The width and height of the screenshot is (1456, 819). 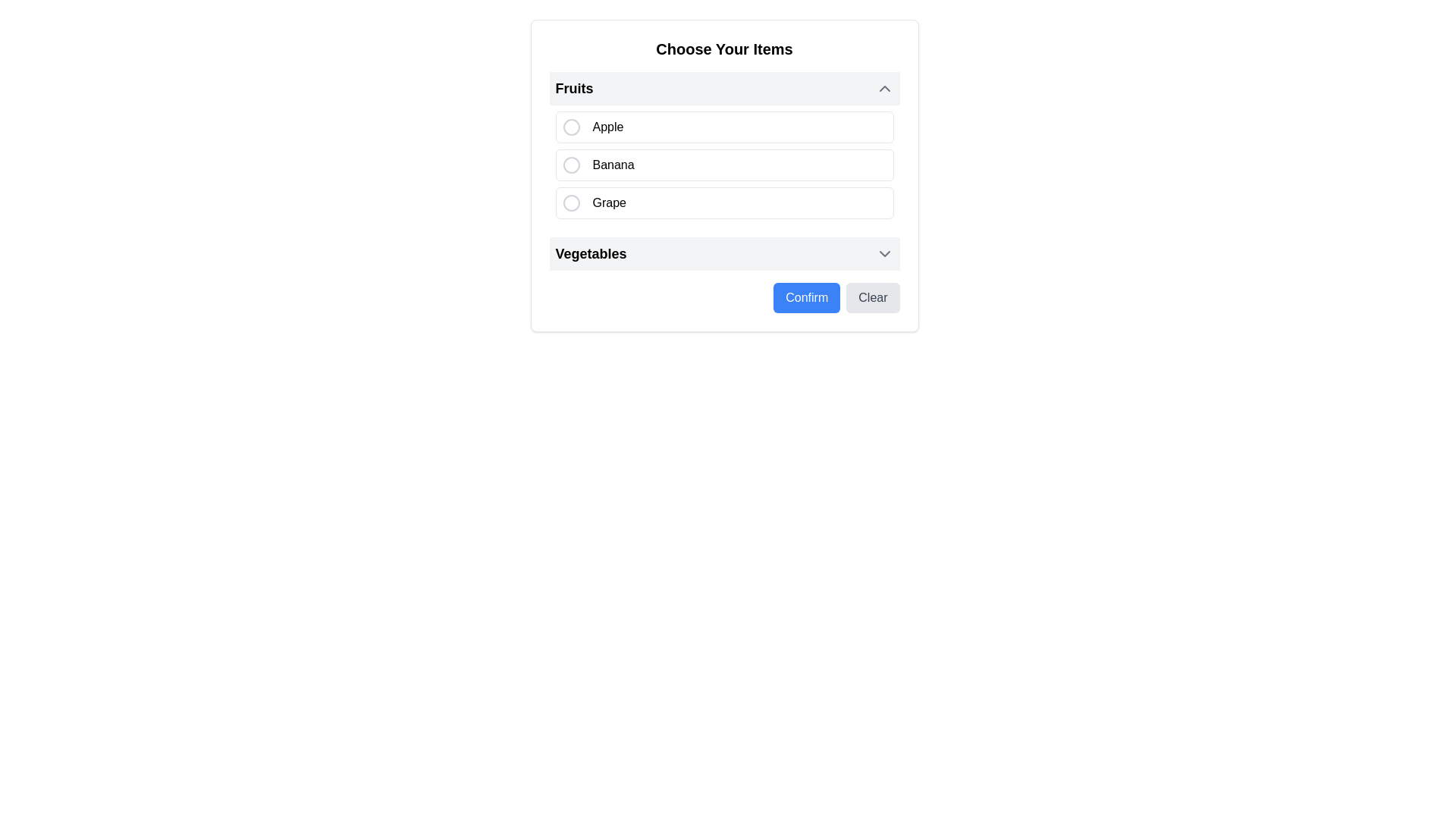 I want to click on the toggle icon button for the 'Fruits' section to observe visual changes, so click(x=884, y=88).